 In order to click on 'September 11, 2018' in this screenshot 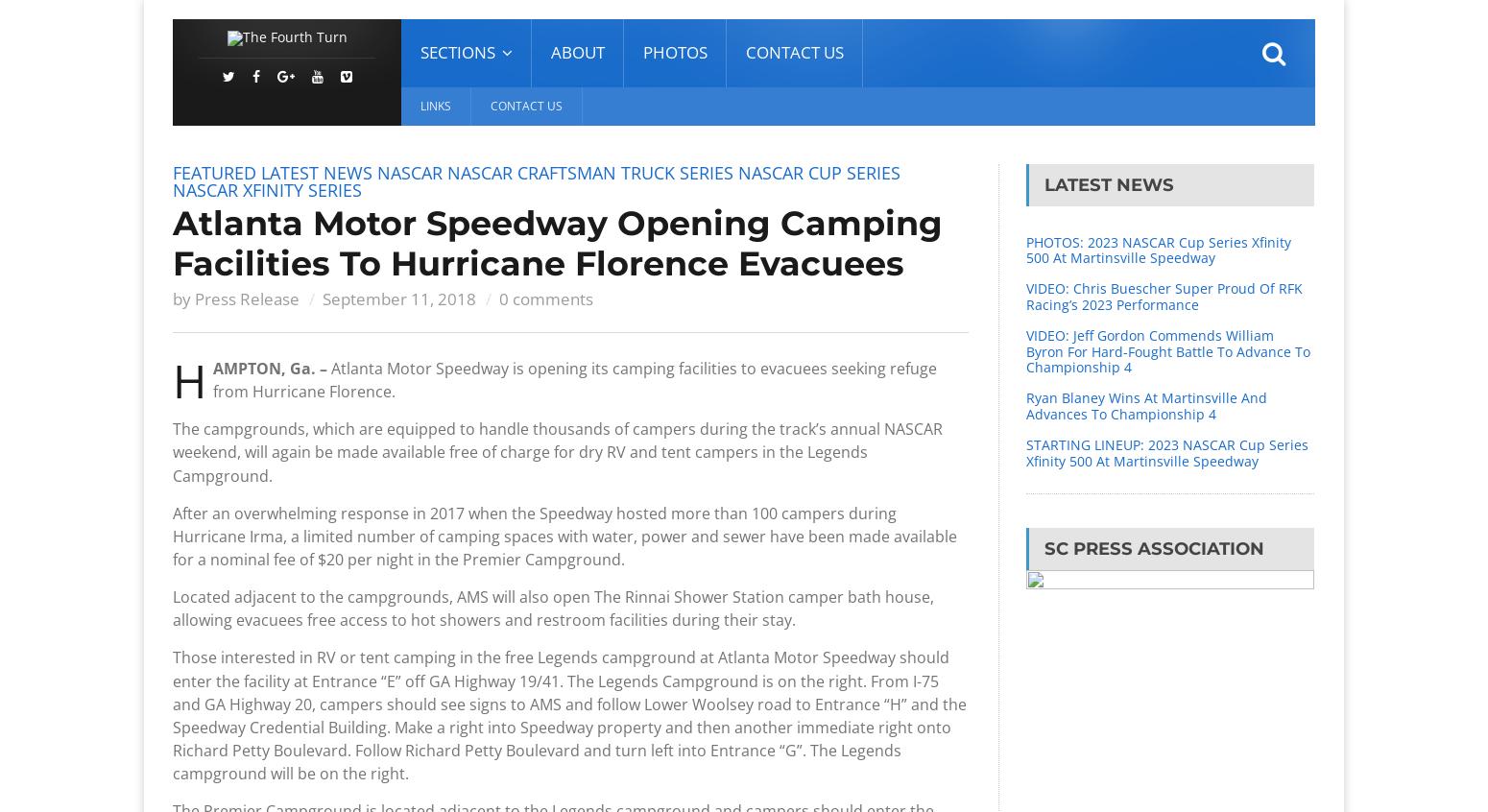, I will do `click(399, 298)`.